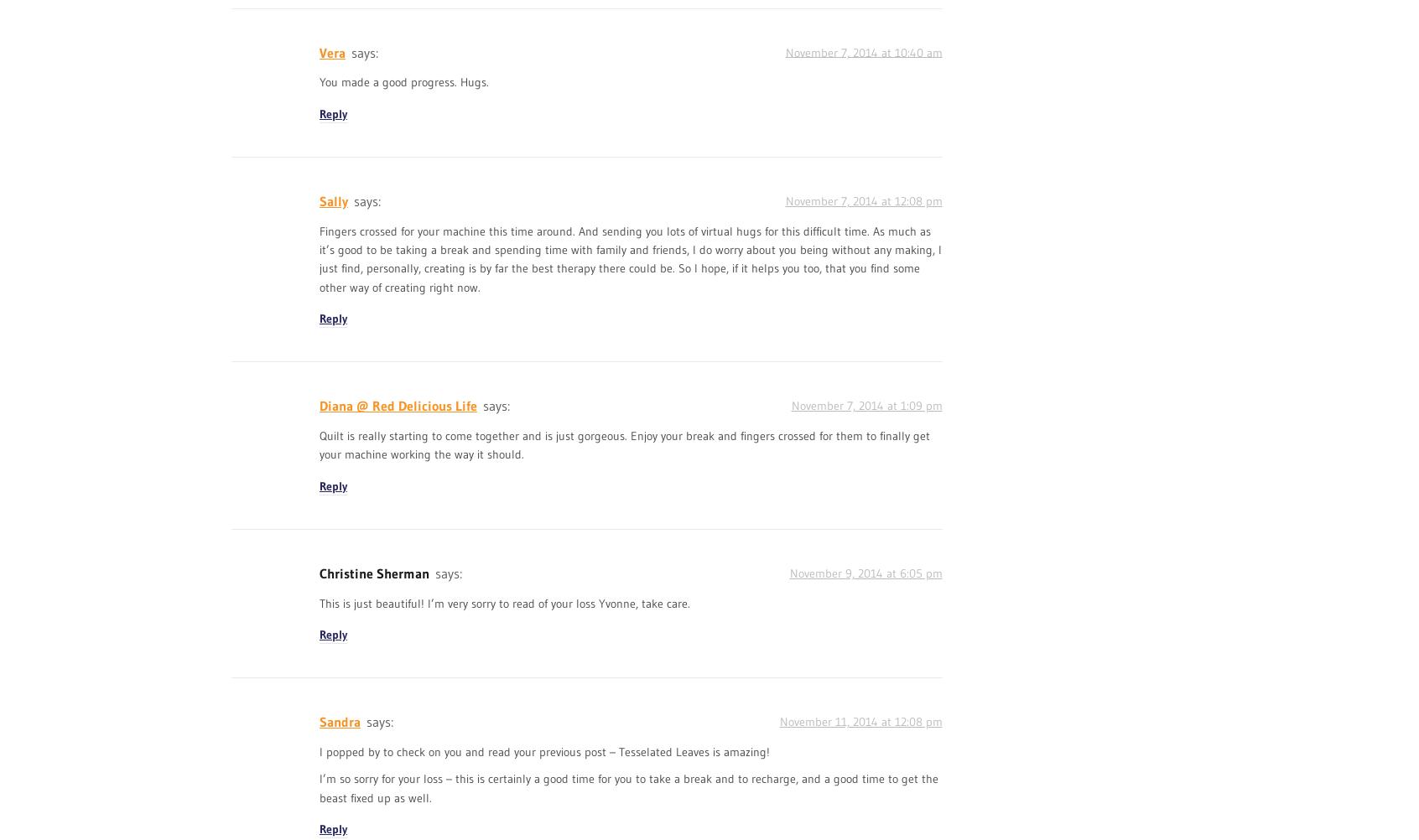 This screenshot has height=840, width=1419. I want to click on 'November 7, 2014 at 12:08 pm', so click(862, 200).